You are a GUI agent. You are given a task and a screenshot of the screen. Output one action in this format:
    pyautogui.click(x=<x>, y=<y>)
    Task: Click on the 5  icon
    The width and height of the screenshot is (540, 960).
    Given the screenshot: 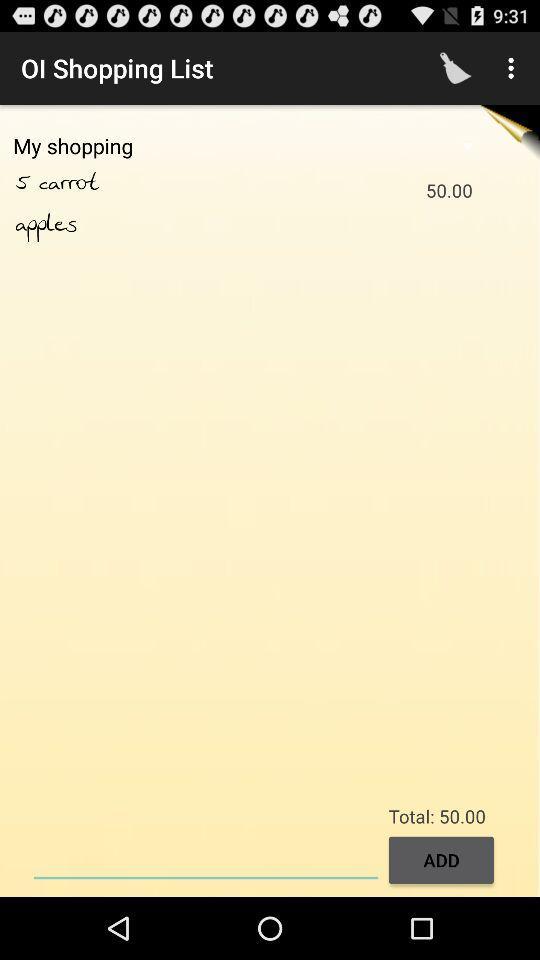 What is the action you would take?
    pyautogui.click(x=26, y=183)
    